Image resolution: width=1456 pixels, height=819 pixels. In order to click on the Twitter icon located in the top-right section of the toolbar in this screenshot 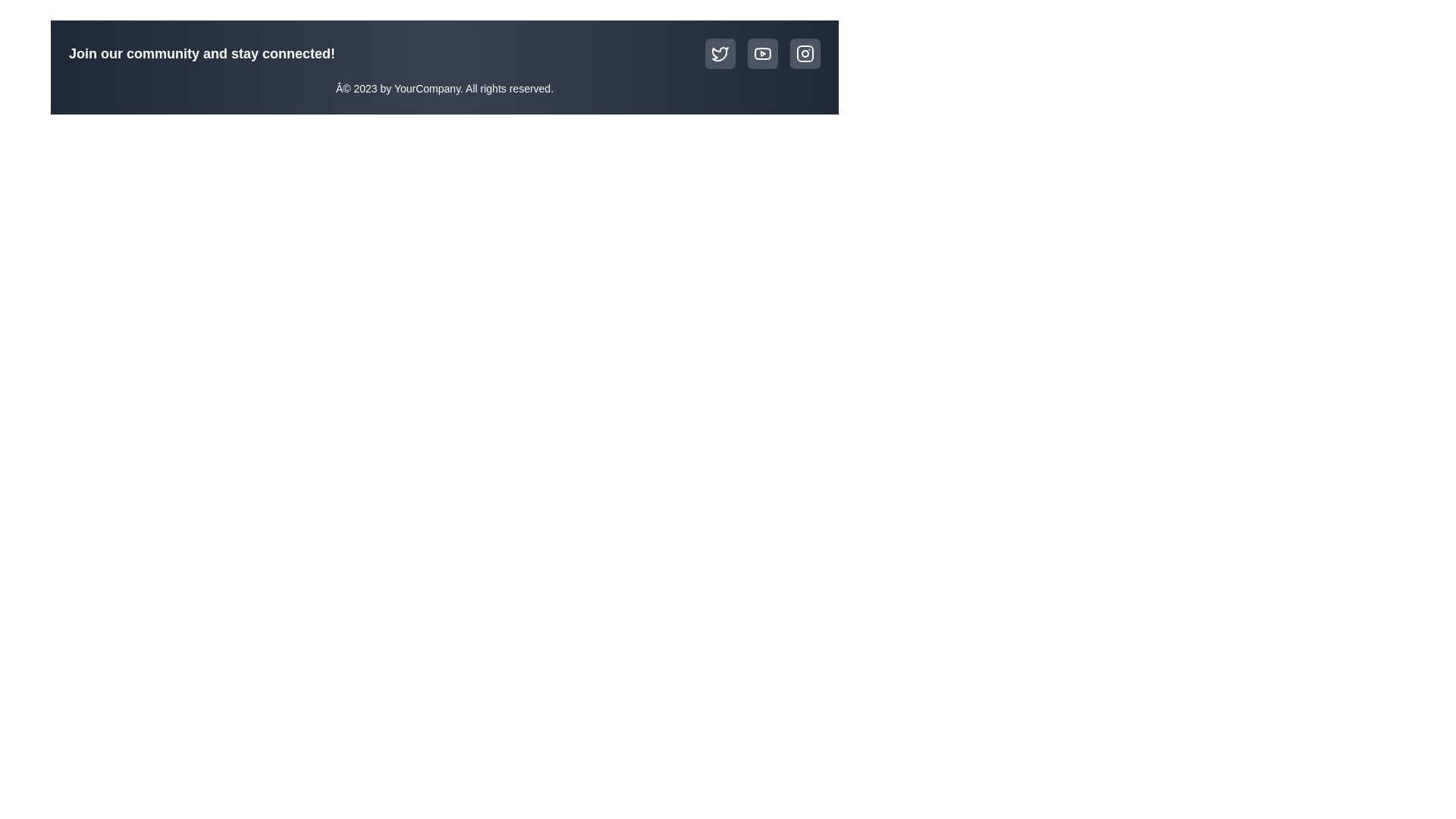, I will do `click(720, 52)`.